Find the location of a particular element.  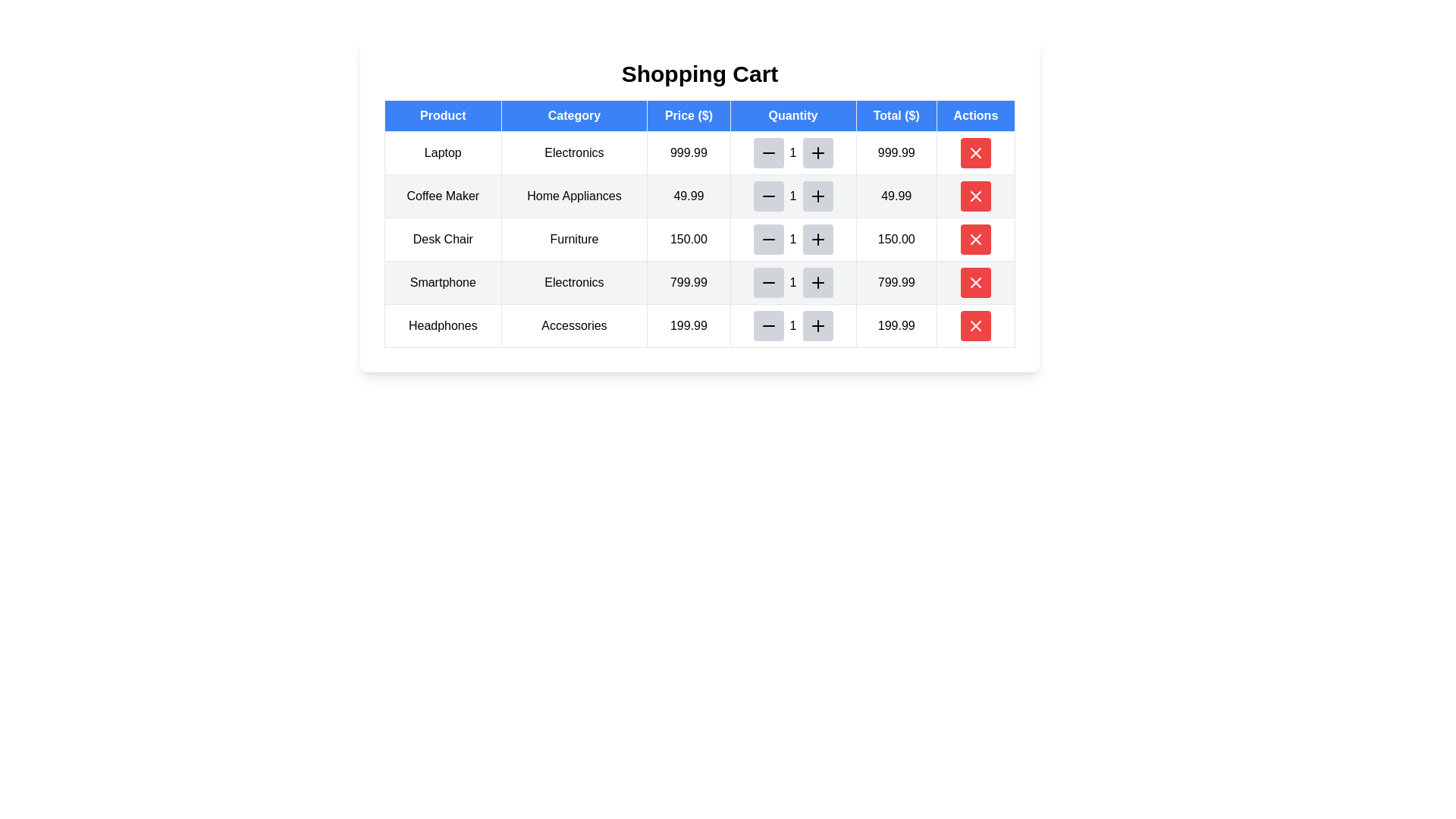

the '+' button in the 'Quantity' column of the 'Shopping Cart' table, located in the 'Headphones' row, via keyboard navigation is located at coordinates (817, 325).